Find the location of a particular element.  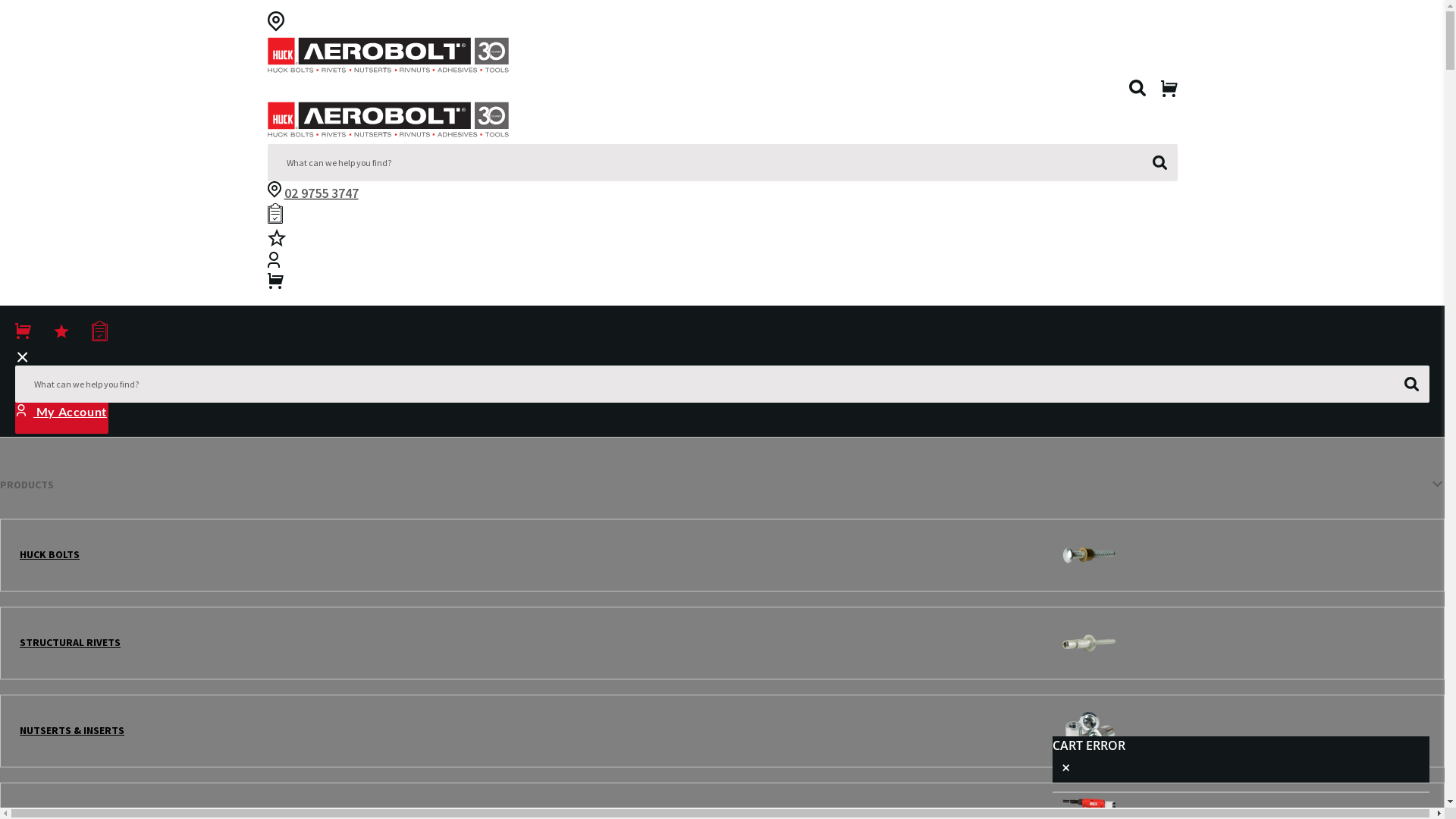

'Huck Aerobolt' is located at coordinates (387, 58).